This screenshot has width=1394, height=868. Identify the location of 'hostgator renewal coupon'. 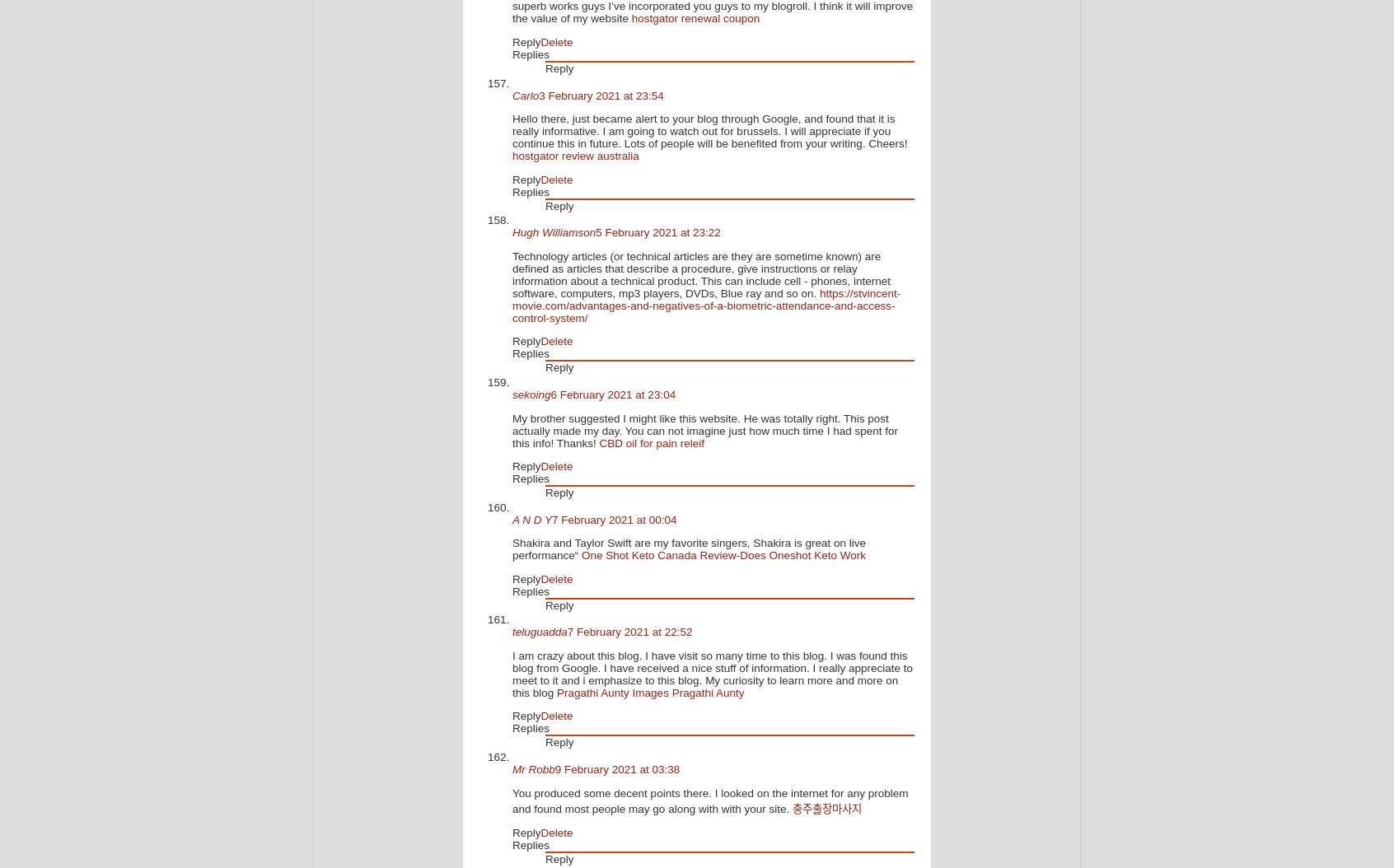
(695, 18).